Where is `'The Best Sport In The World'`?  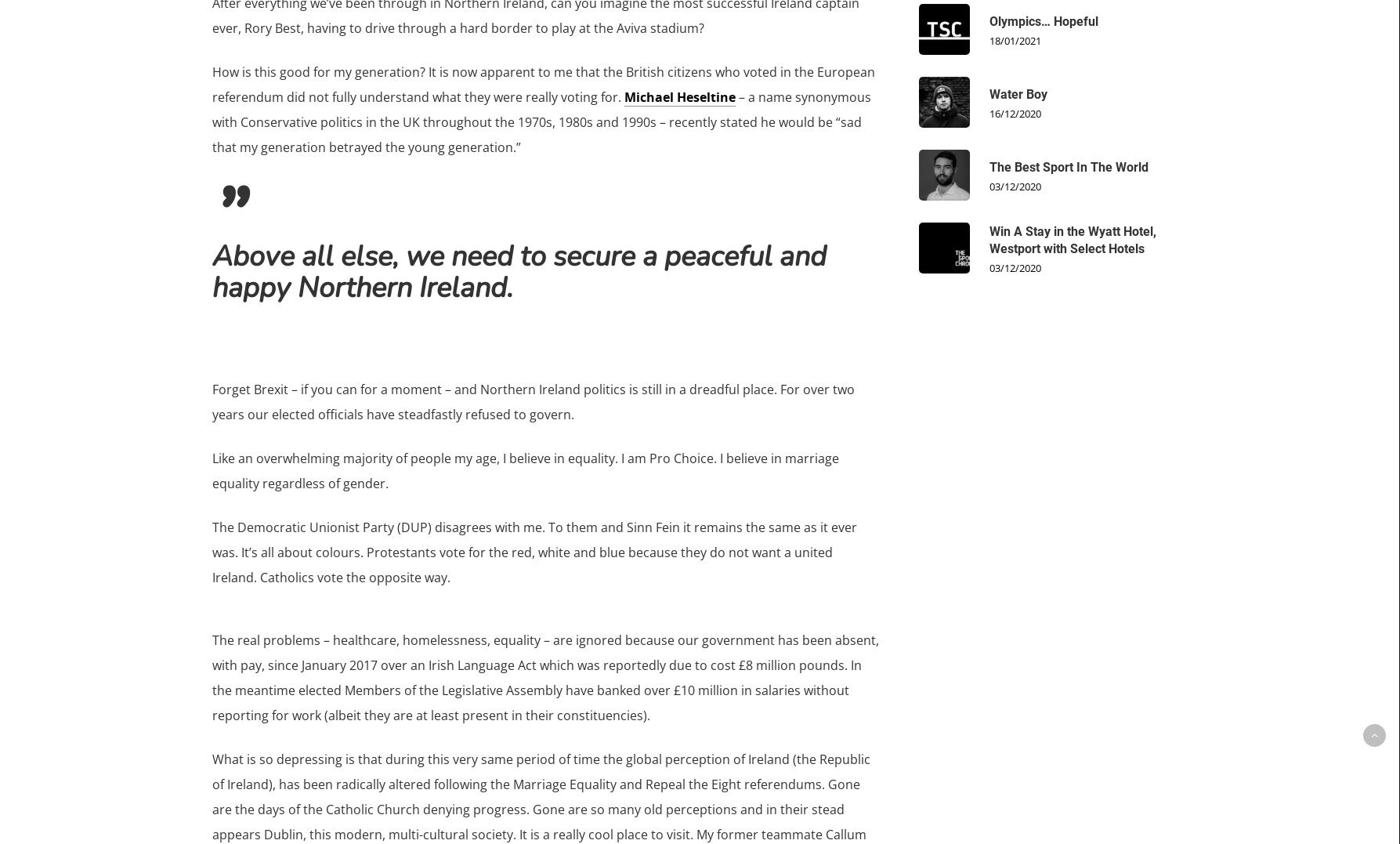 'The Best Sport In The World' is located at coordinates (1068, 166).